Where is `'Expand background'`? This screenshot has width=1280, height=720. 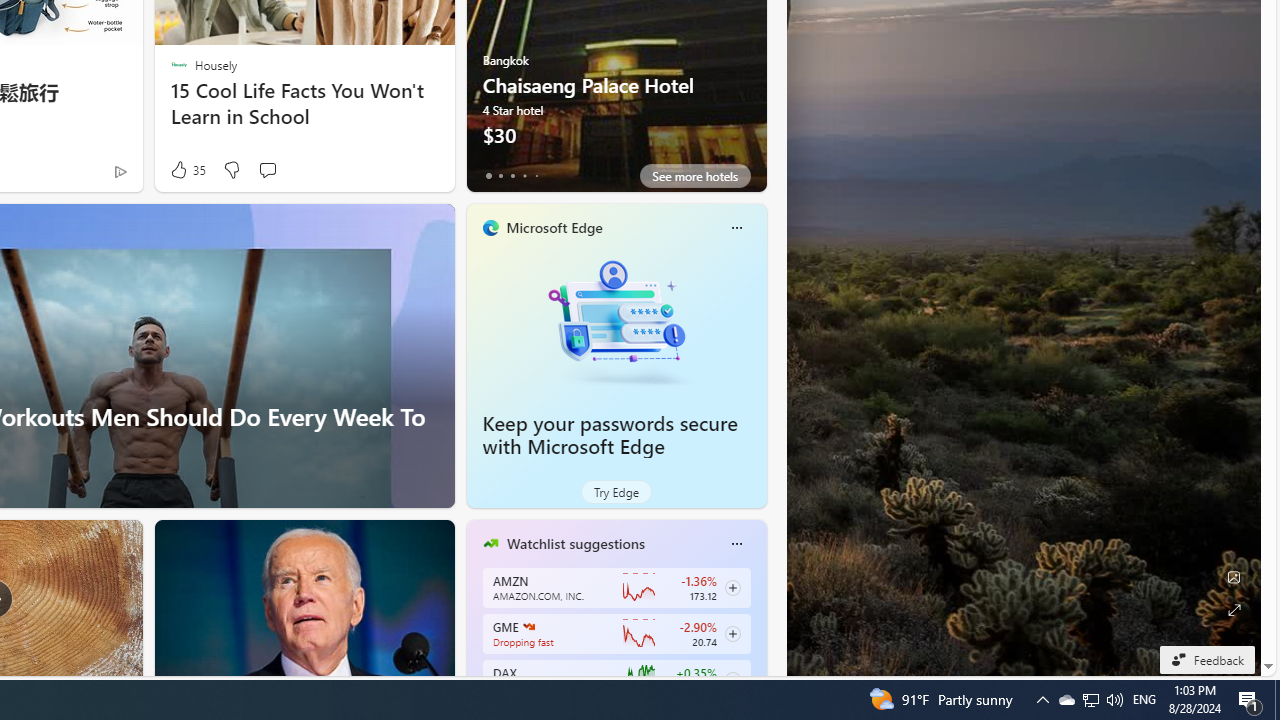
'Expand background' is located at coordinates (1232, 609).